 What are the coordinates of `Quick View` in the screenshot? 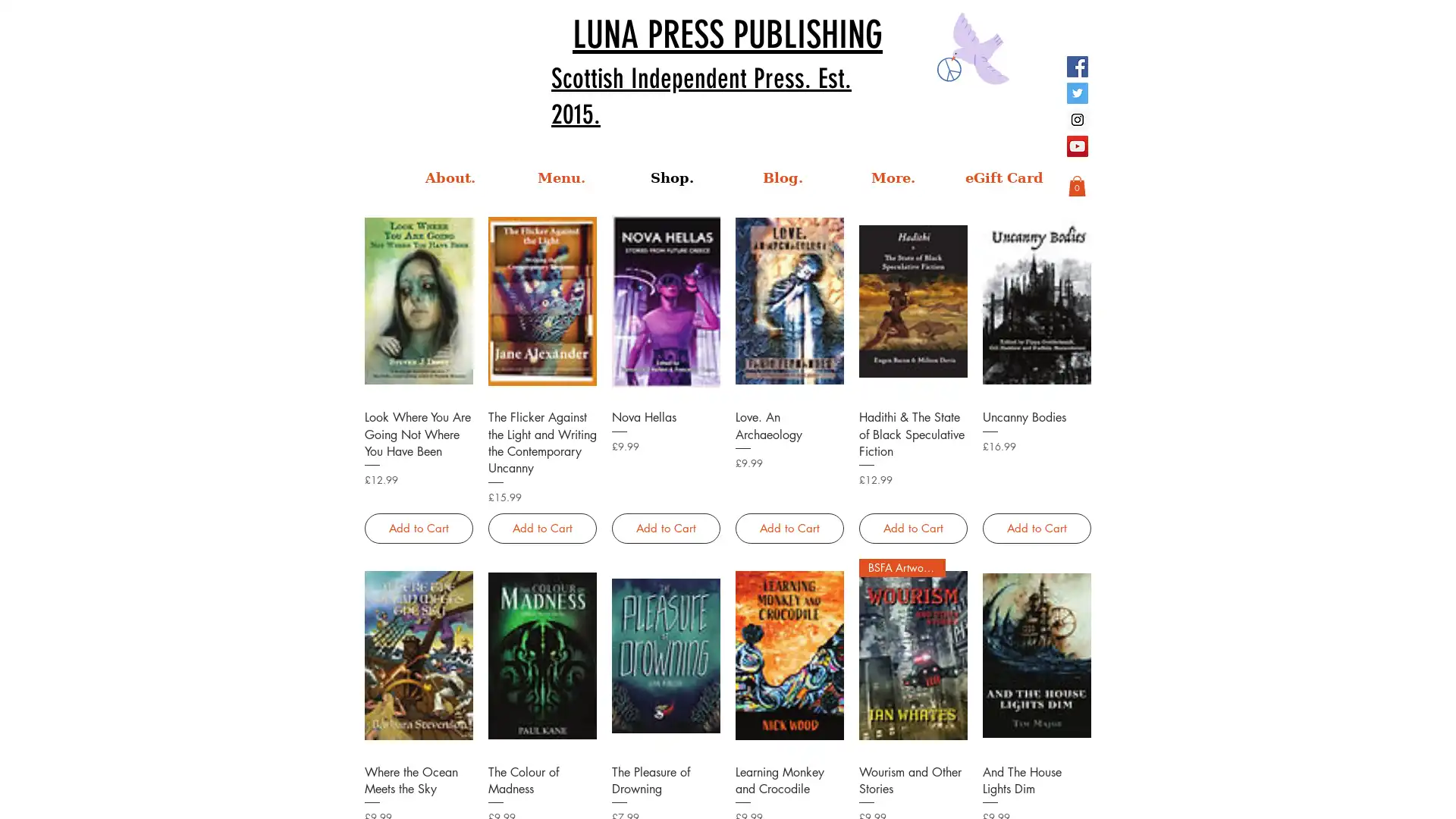 It's located at (665, 770).